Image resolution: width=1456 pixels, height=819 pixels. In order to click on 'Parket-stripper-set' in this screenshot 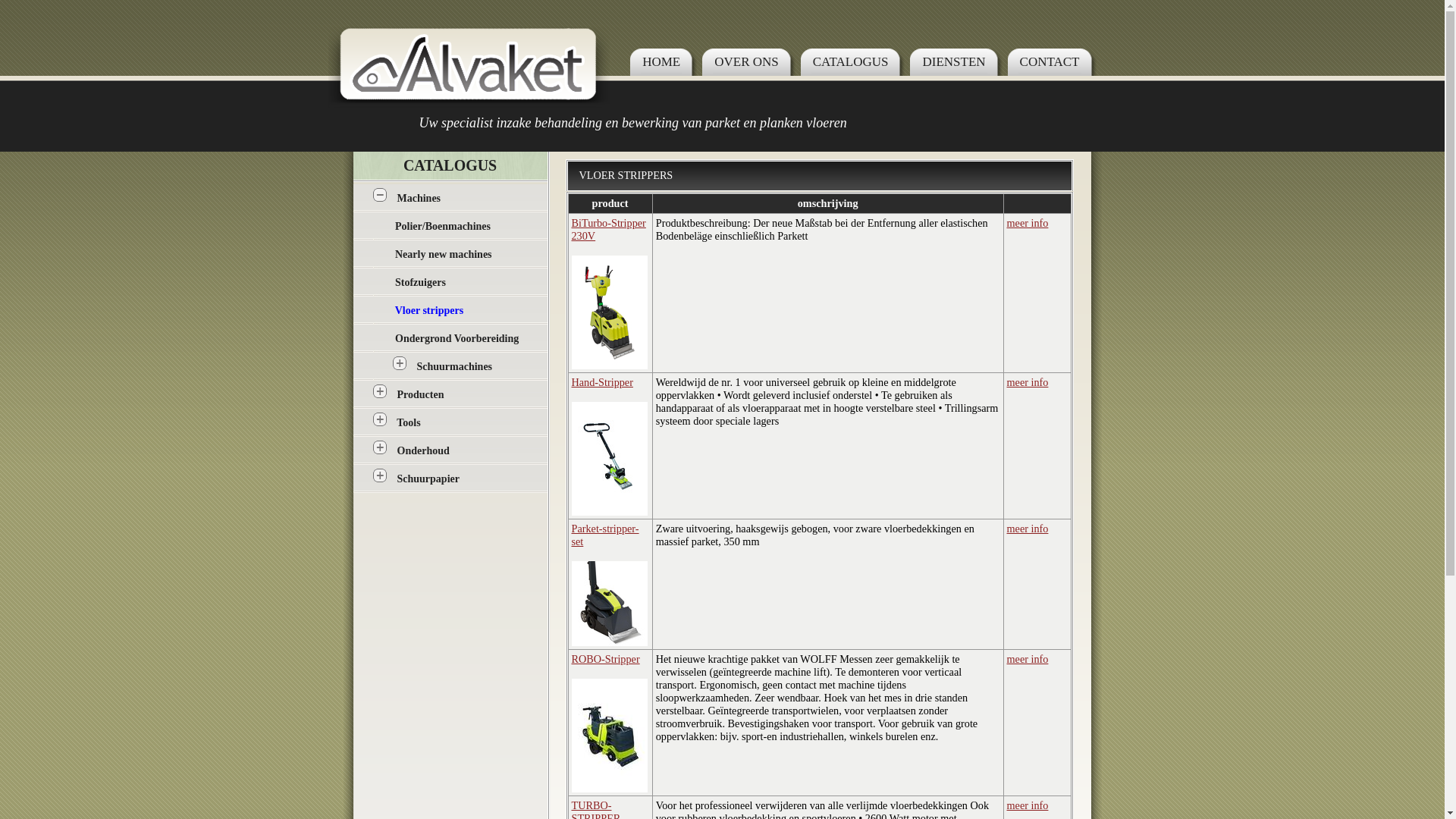, I will do `click(604, 534)`.